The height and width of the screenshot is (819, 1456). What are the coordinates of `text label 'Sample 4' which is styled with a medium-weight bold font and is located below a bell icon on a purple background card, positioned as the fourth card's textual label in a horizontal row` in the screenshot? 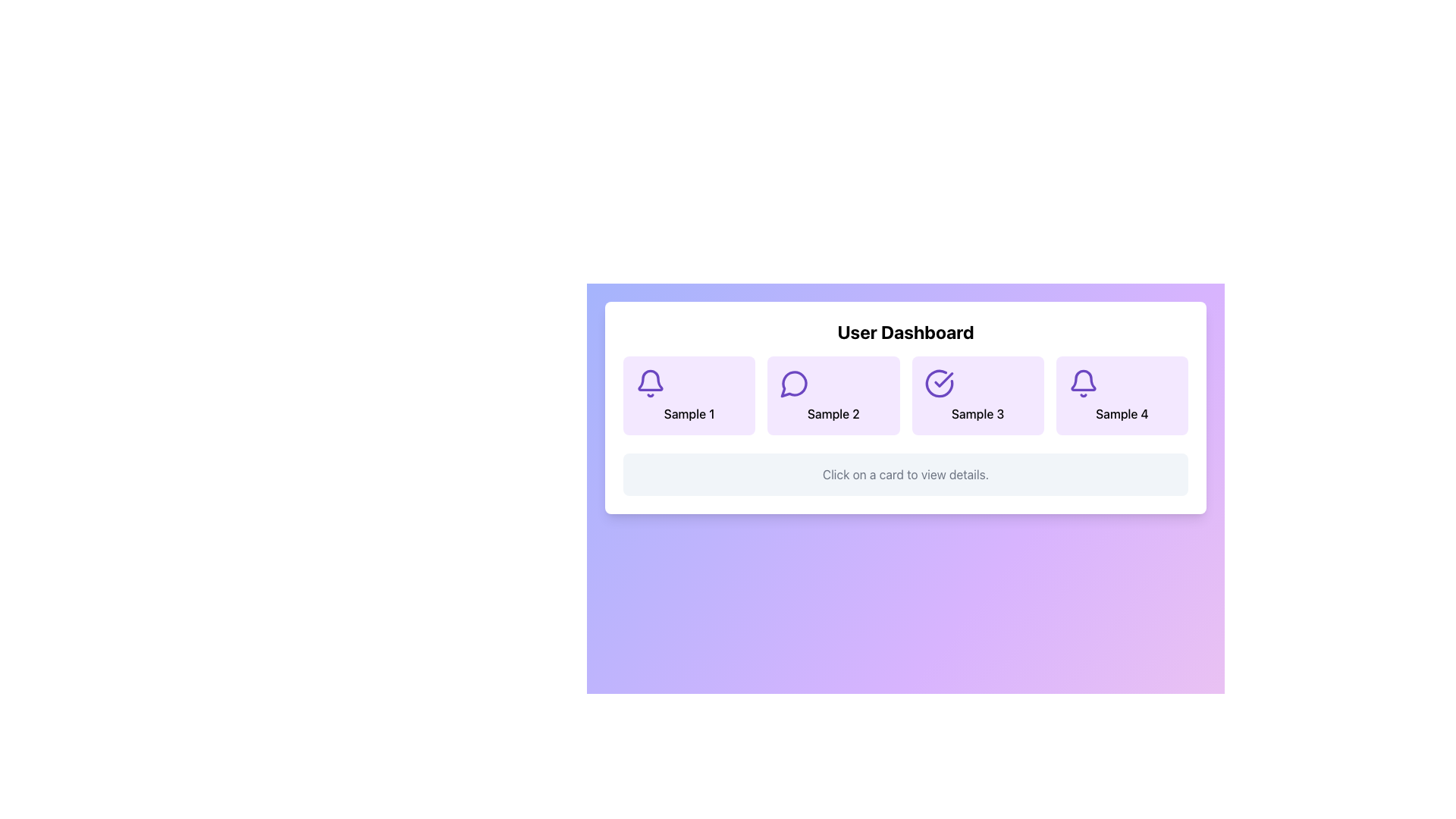 It's located at (1122, 414).